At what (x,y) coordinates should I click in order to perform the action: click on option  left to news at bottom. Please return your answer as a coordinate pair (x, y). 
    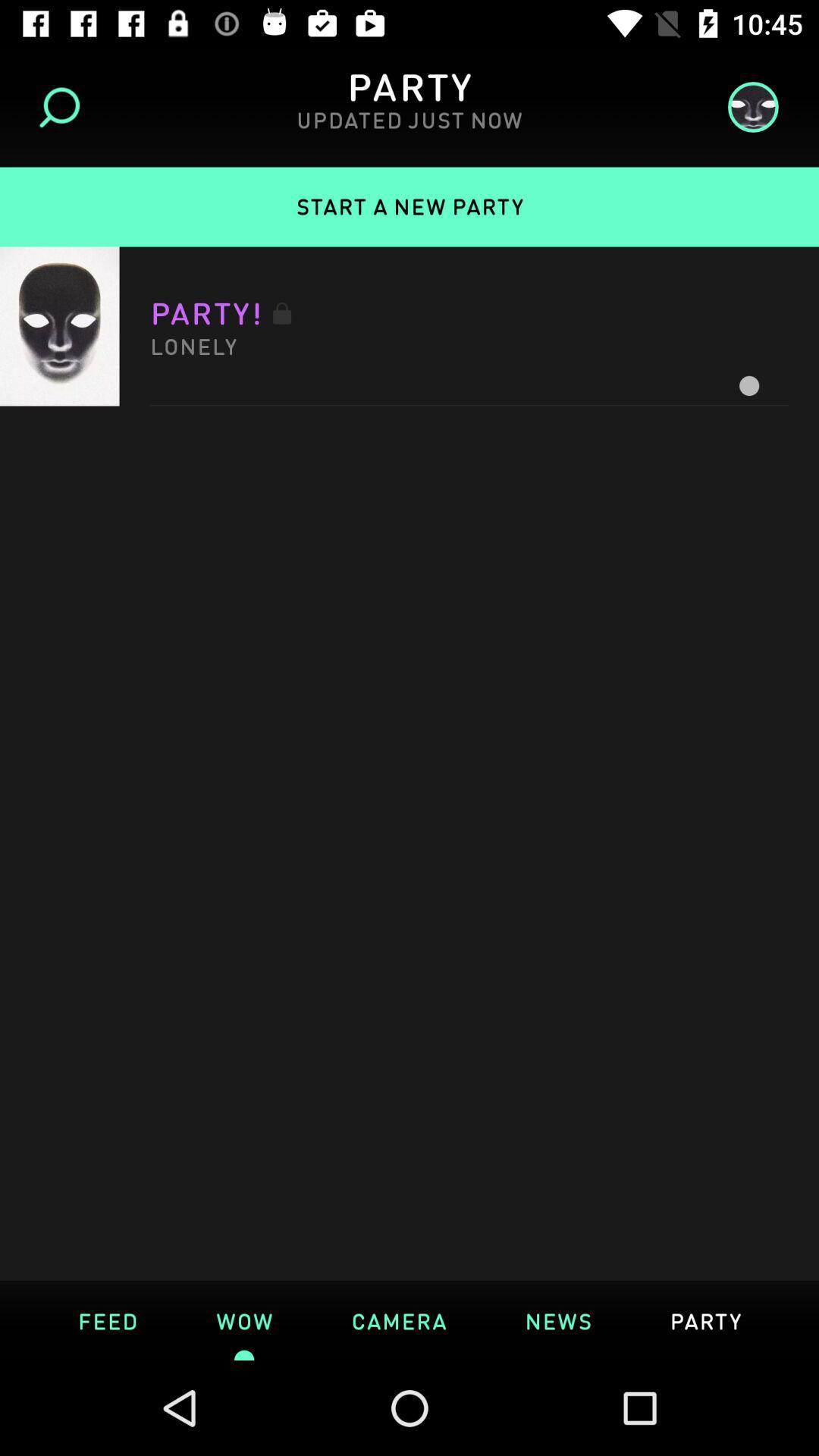
    Looking at the image, I should click on (398, 1319).